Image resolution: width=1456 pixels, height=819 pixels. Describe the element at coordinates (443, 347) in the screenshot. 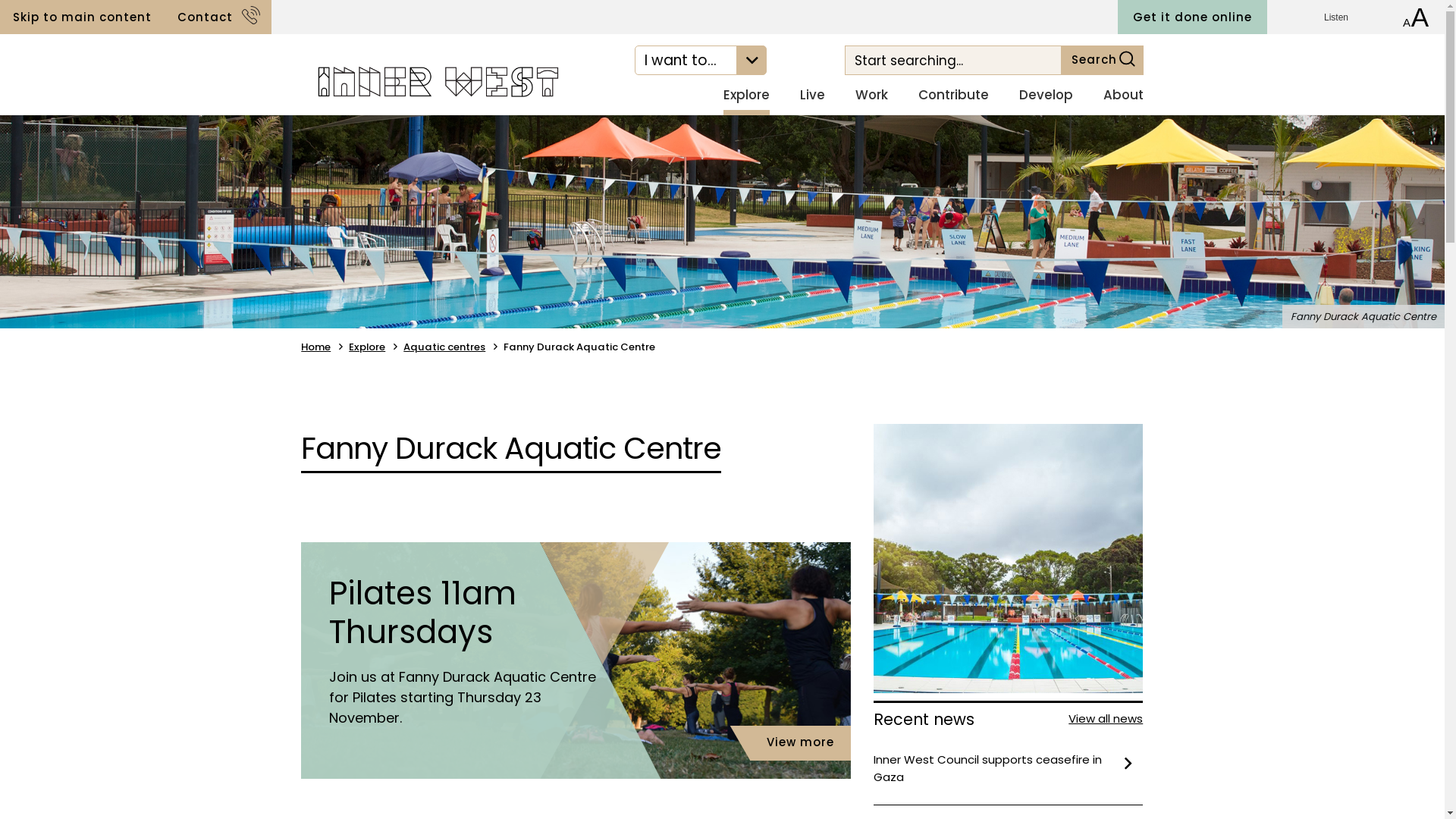

I see `'Aquatic centres'` at that location.